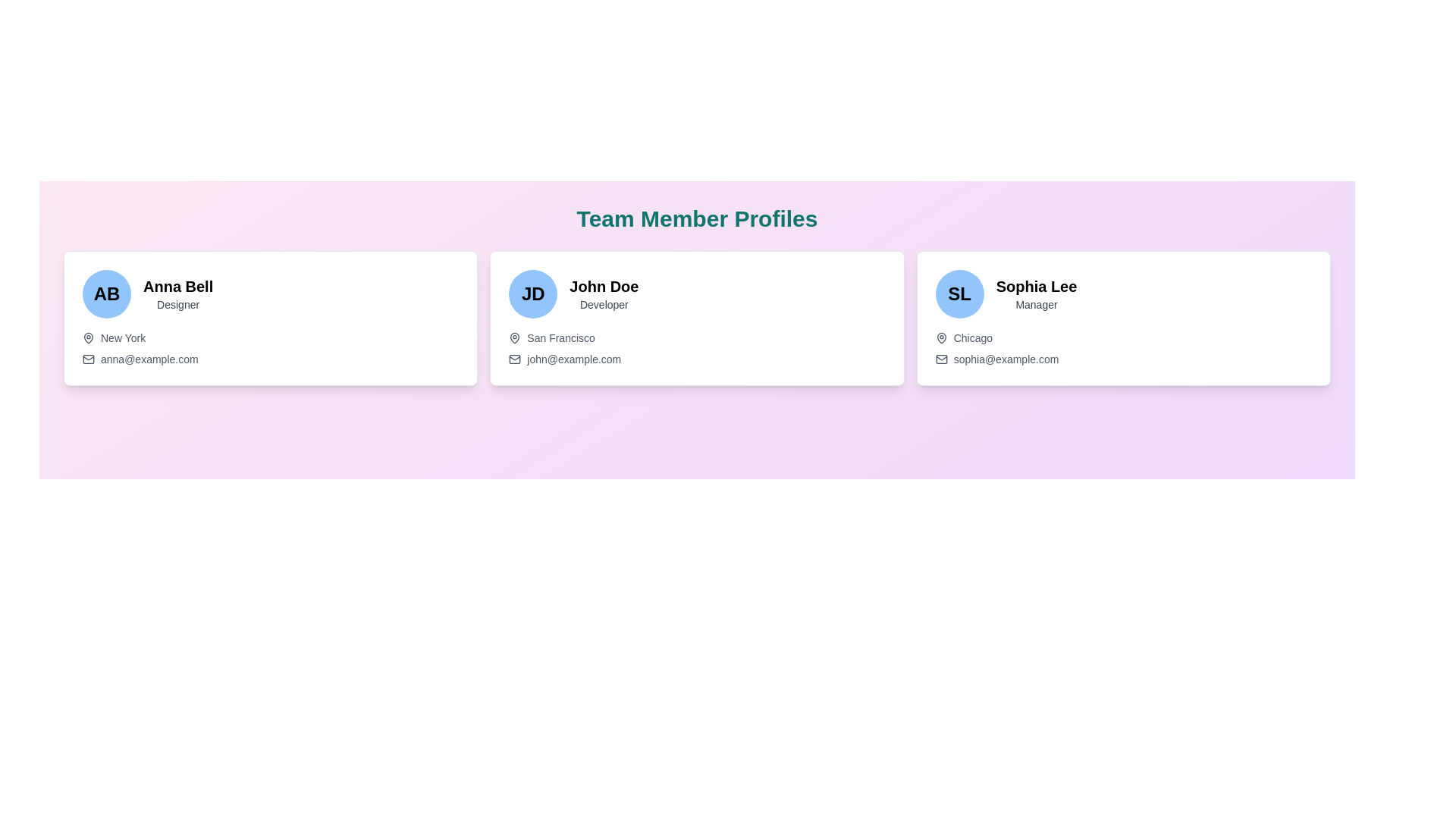 The height and width of the screenshot is (819, 1456). What do you see at coordinates (87, 336) in the screenshot?
I see `icon representing the location of Anna Bell, which is located in her profile card under 'New York', positioned to the left of the location text` at bounding box center [87, 336].